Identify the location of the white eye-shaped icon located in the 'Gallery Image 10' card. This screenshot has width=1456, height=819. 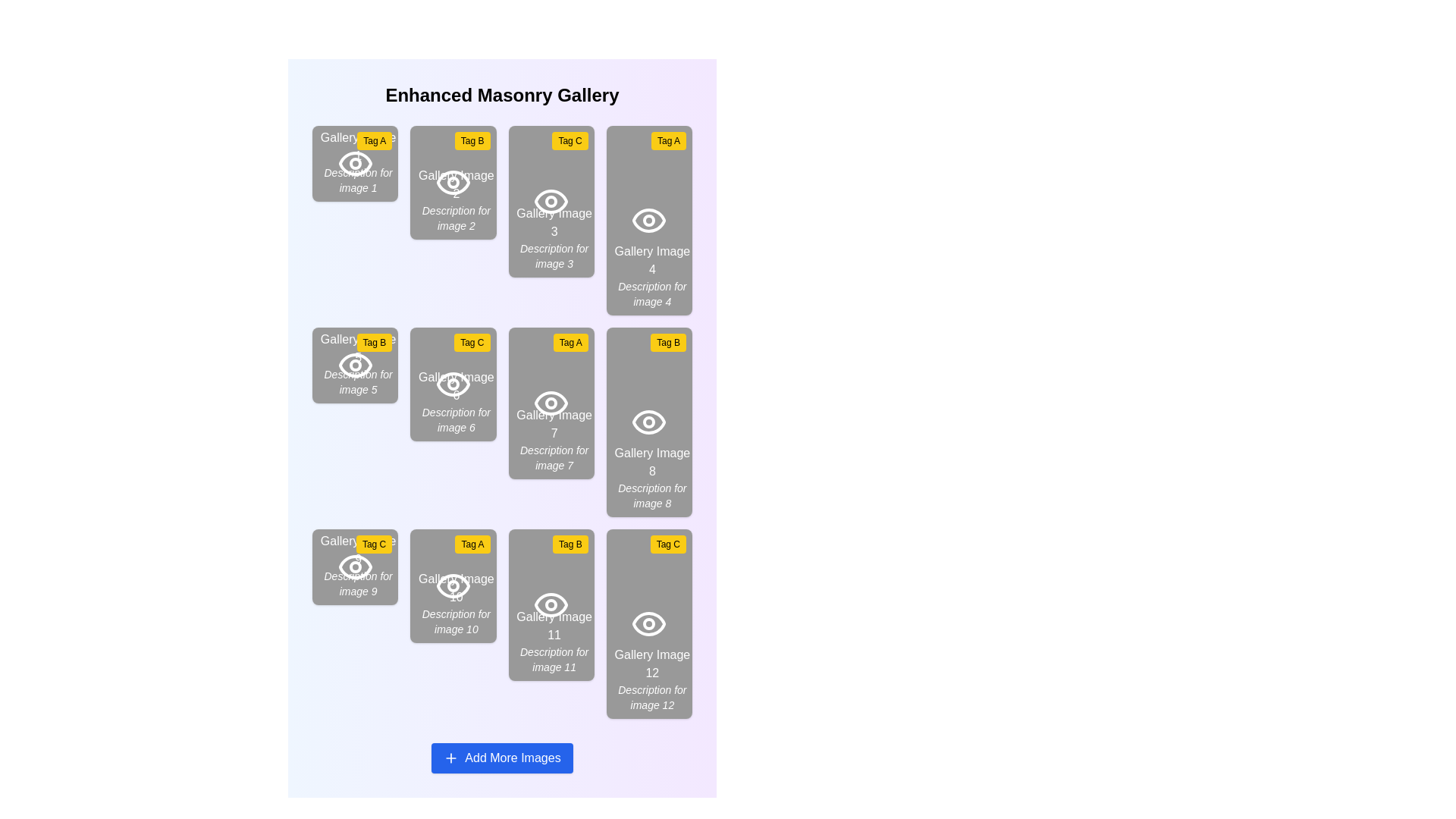
(452, 585).